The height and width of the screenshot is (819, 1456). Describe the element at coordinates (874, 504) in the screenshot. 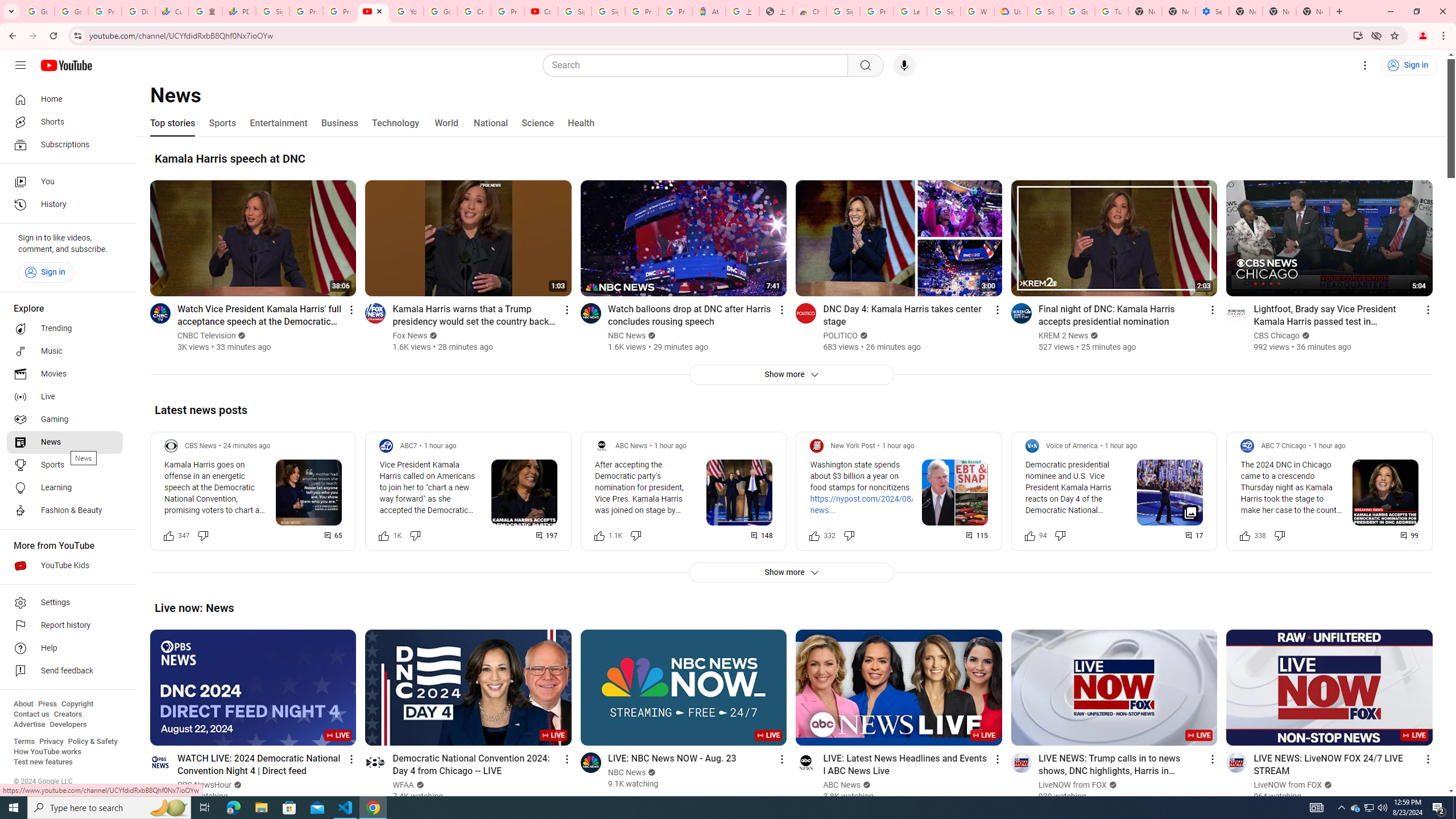

I see `'https://nypost.com/2024/08/21/us-news...'` at that location.